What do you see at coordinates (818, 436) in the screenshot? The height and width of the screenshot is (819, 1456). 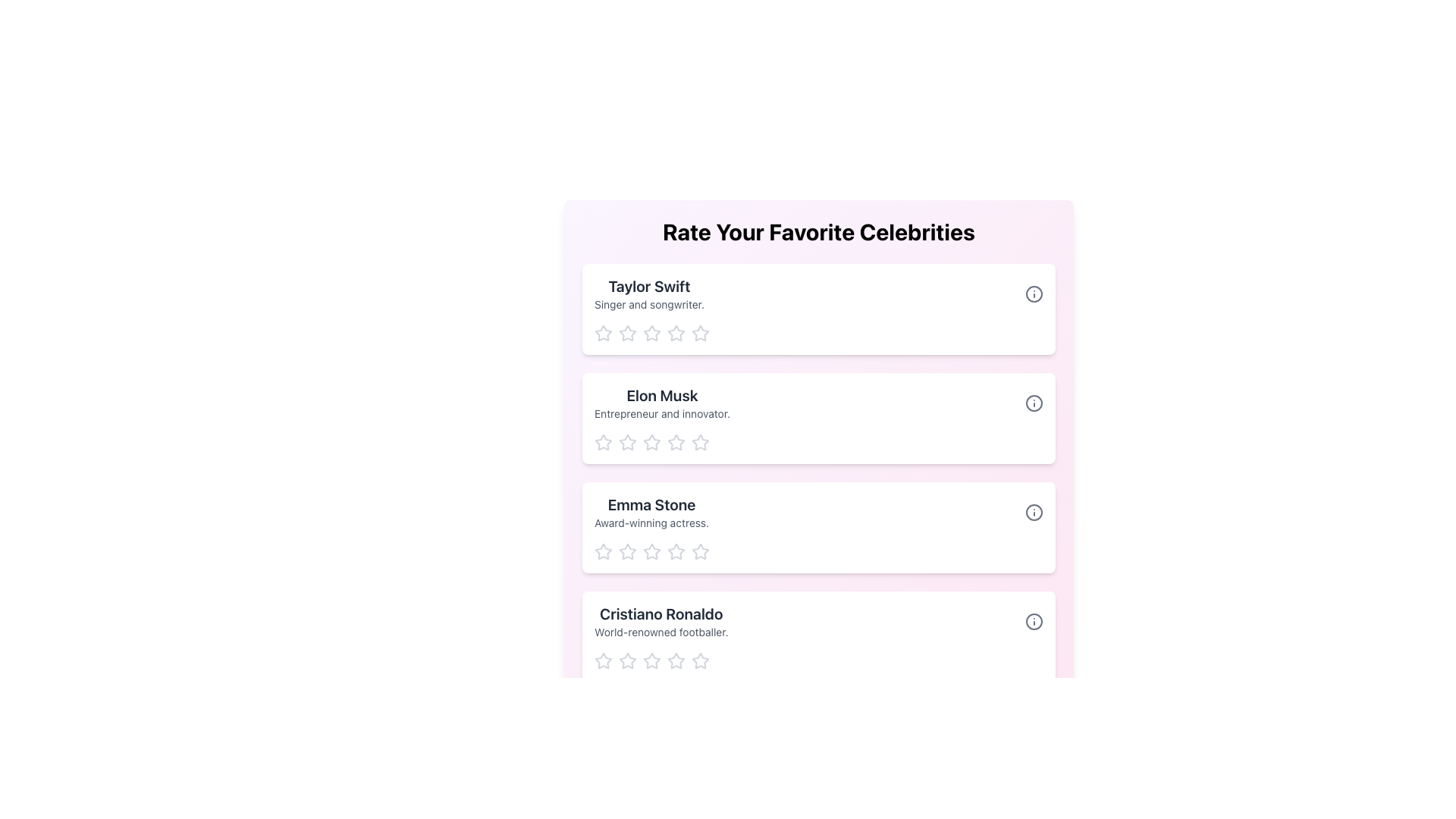 I see `a star in the Star Rating Component below 'Elon Musk' to set a rating` at bounding box center [818, 436].